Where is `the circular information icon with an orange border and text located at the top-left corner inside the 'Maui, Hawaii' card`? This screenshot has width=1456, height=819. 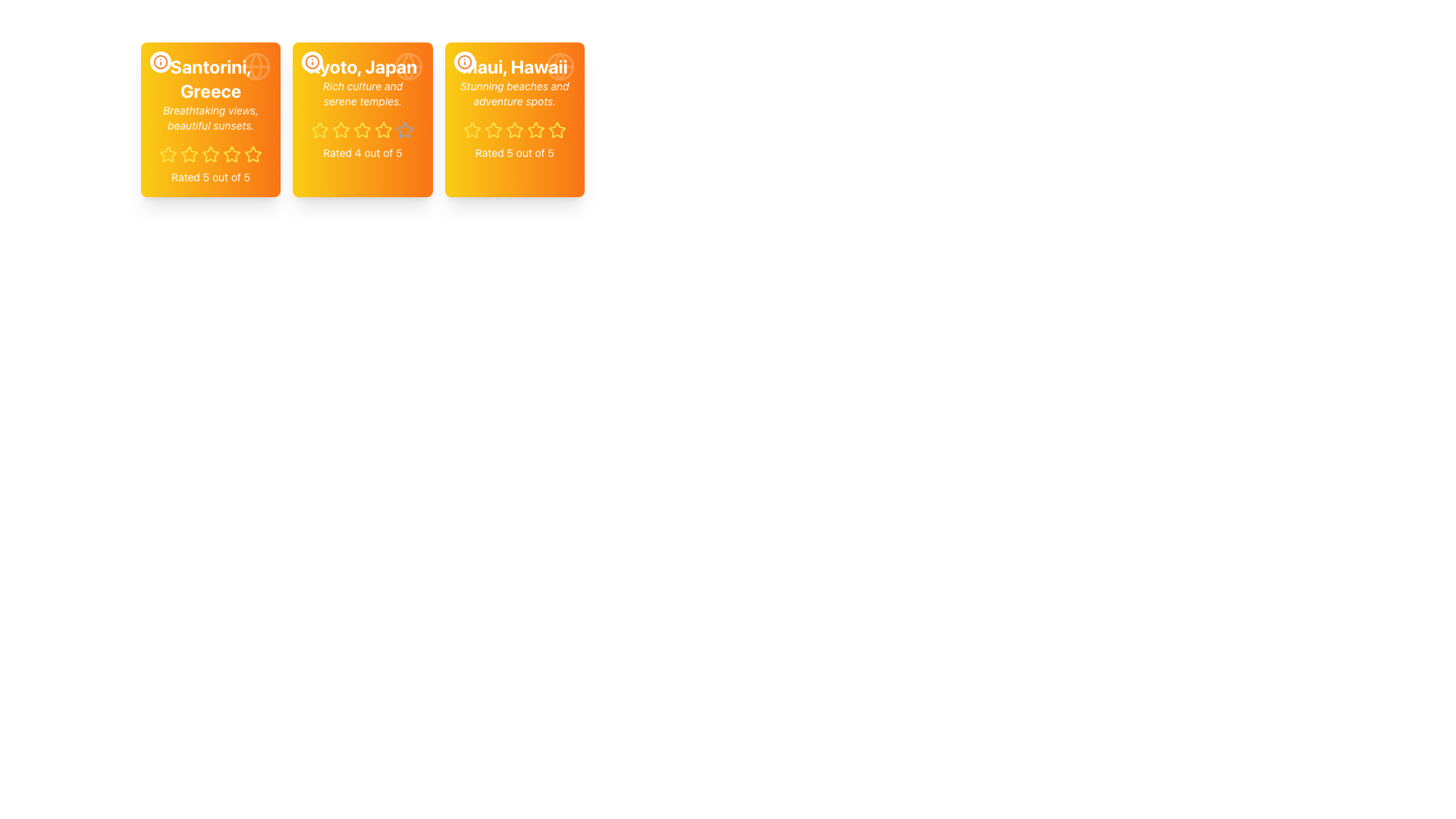
the circular information icon with an orange border and text located at the top-left corner inside the 'Maui, Hawaii' card is located at coordinates (463, 61).